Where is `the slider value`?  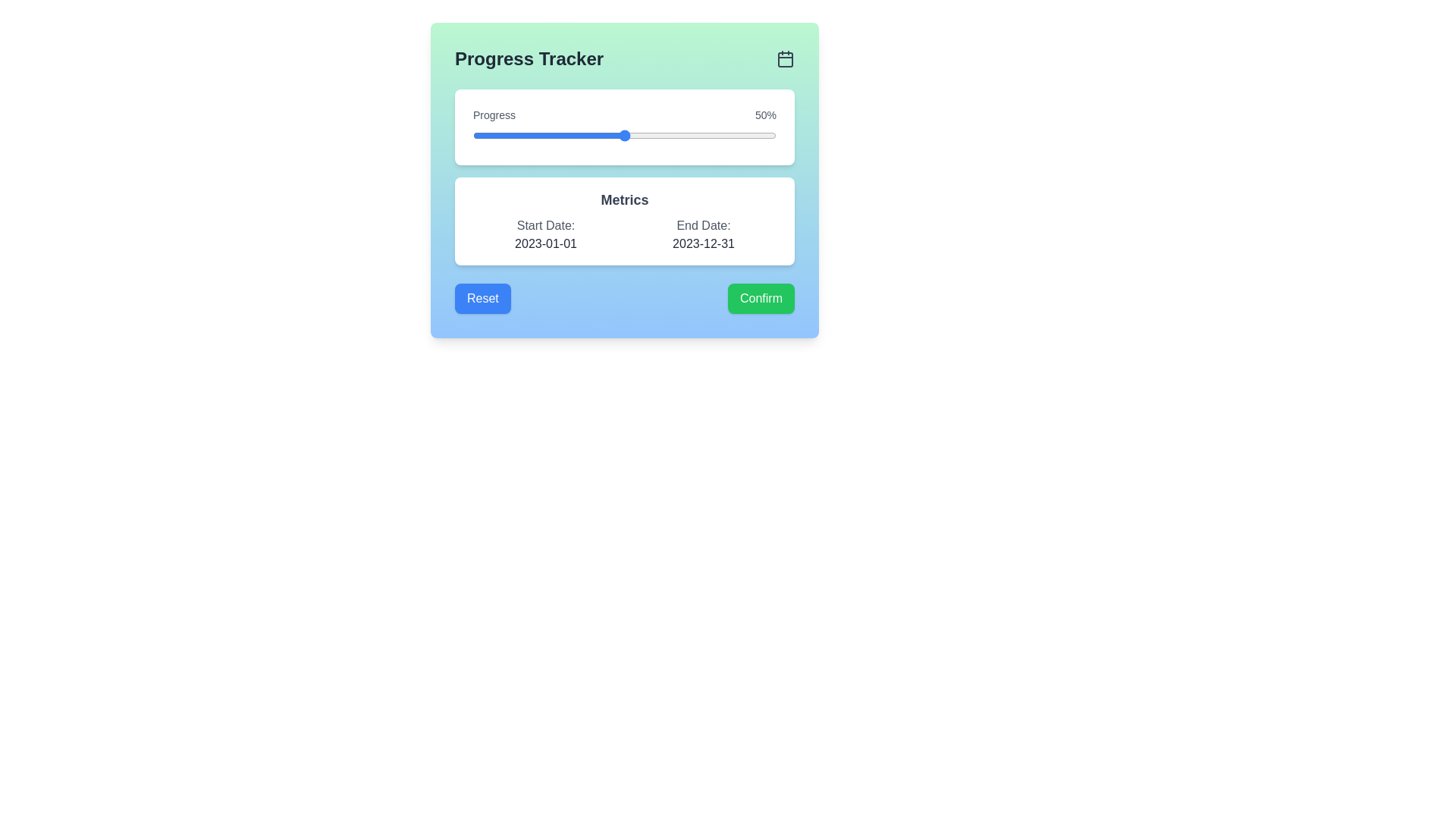 the slider value is located at coordinates (697, 134).